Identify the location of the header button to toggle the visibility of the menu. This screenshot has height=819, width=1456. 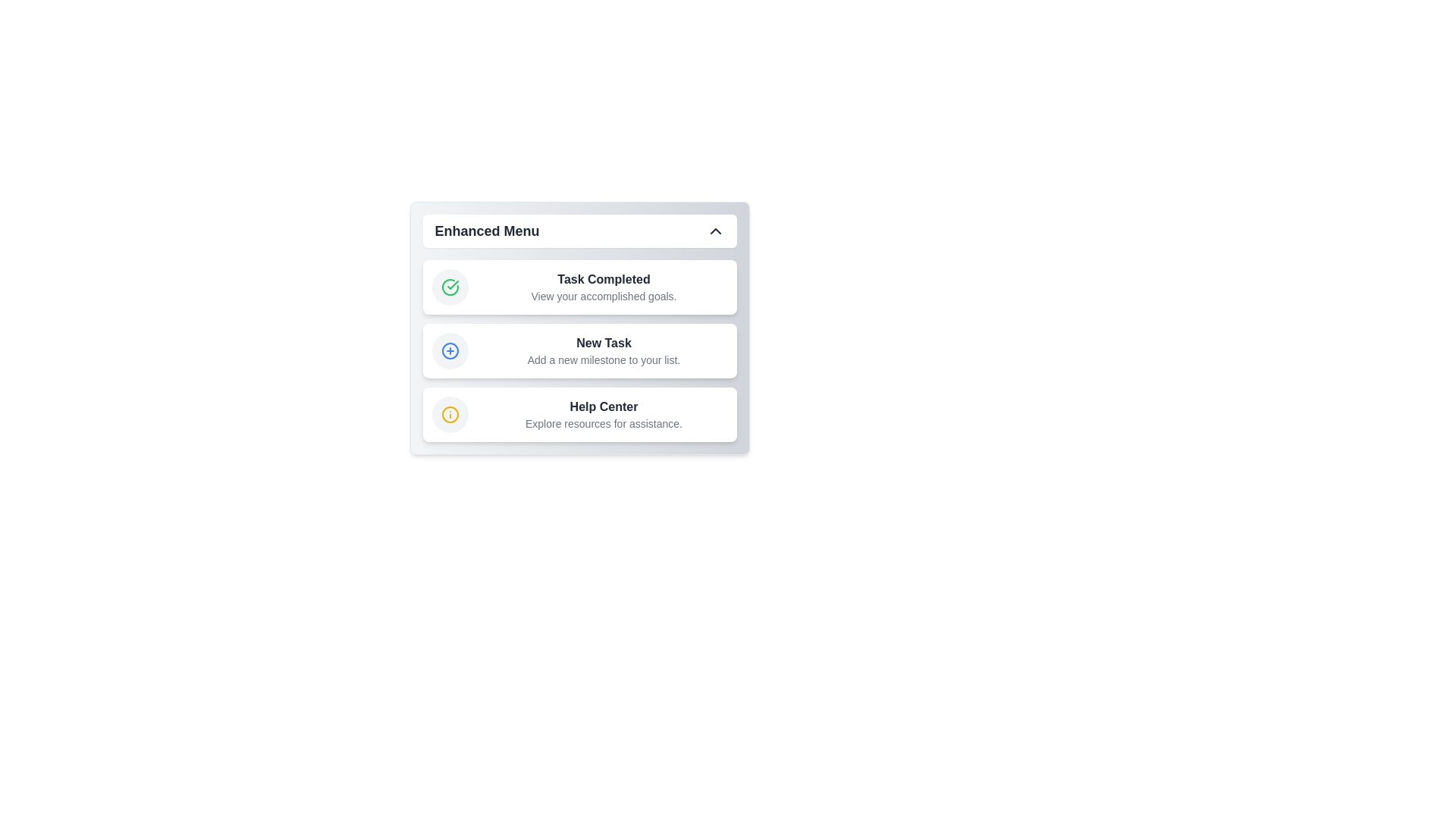
(579, 231).